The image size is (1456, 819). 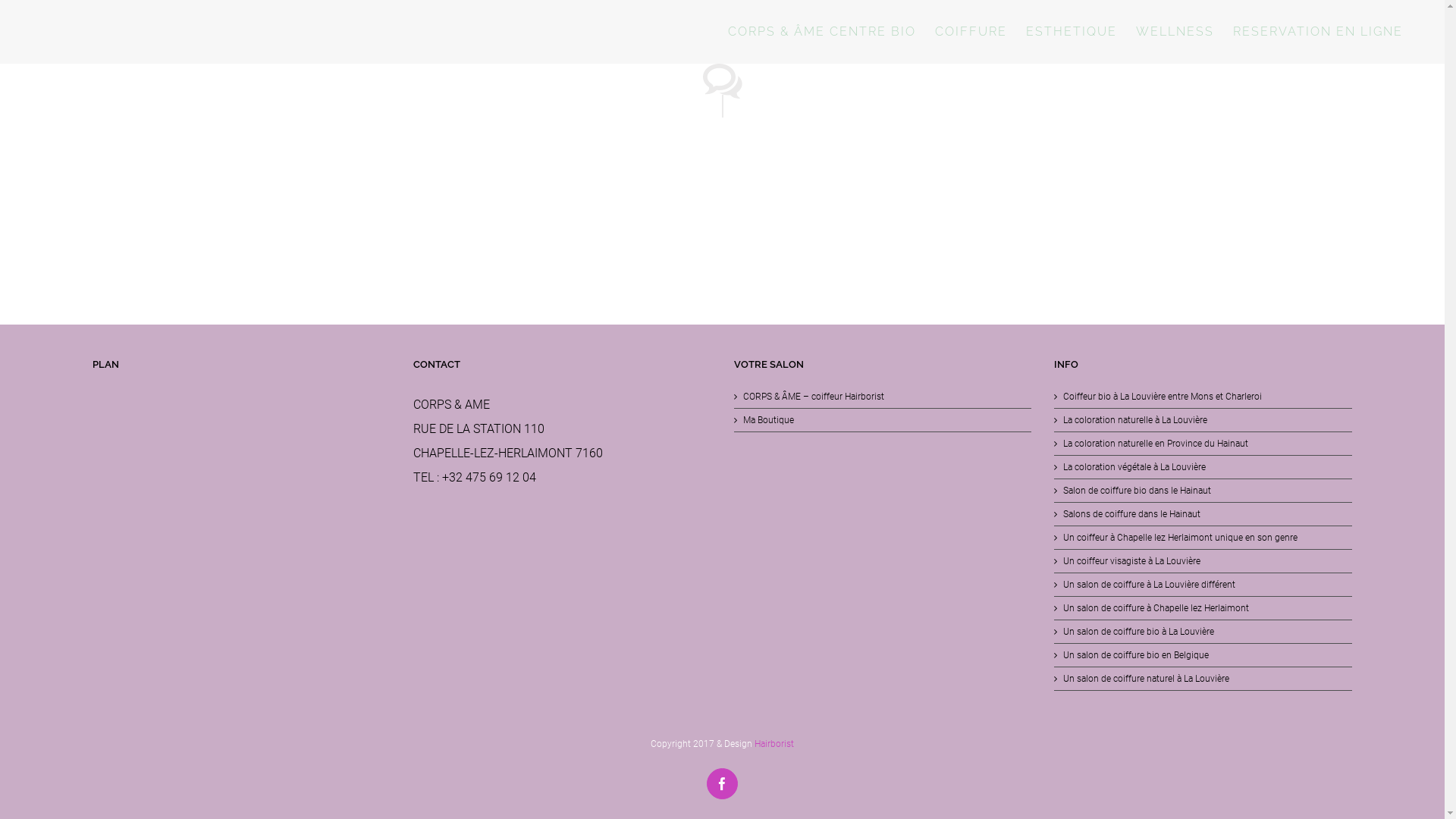 What do you see at coordinates (754, 742) in the screenshot?
I see `'Hairborist'` at bounding box center [754, 742].